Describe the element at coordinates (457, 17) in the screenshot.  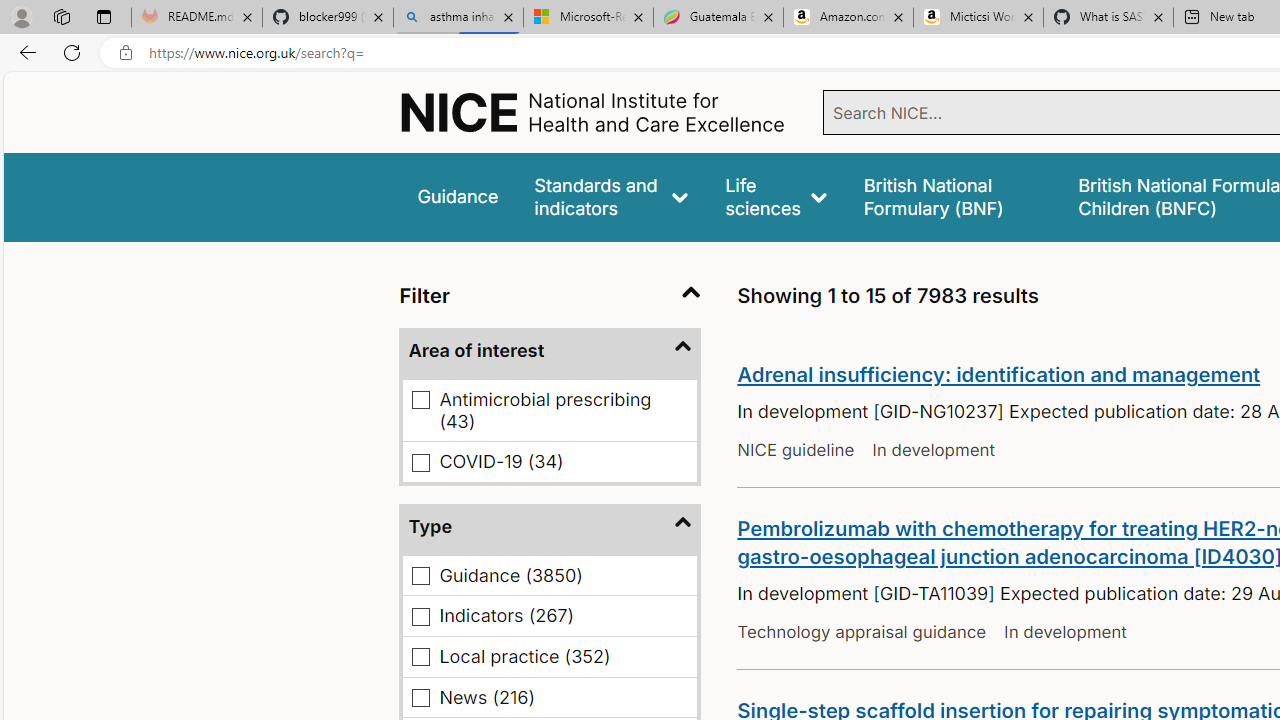
I see `'asthma inhaler - Search'` at that location.